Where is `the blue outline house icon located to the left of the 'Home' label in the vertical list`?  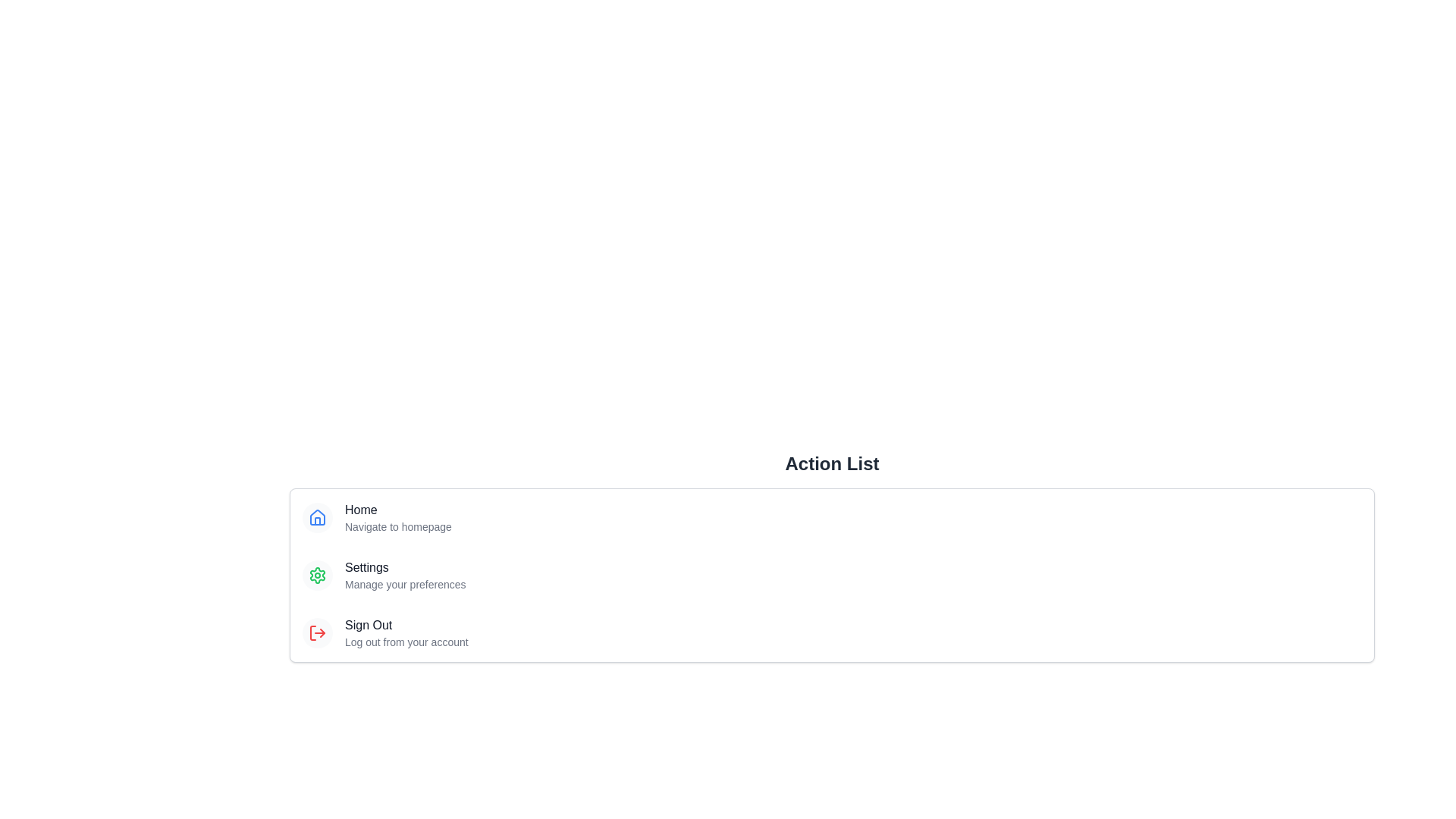 the blue outline house icon located to the left of the 'Home' label in the vertical list is located at coordinates (316, 516).